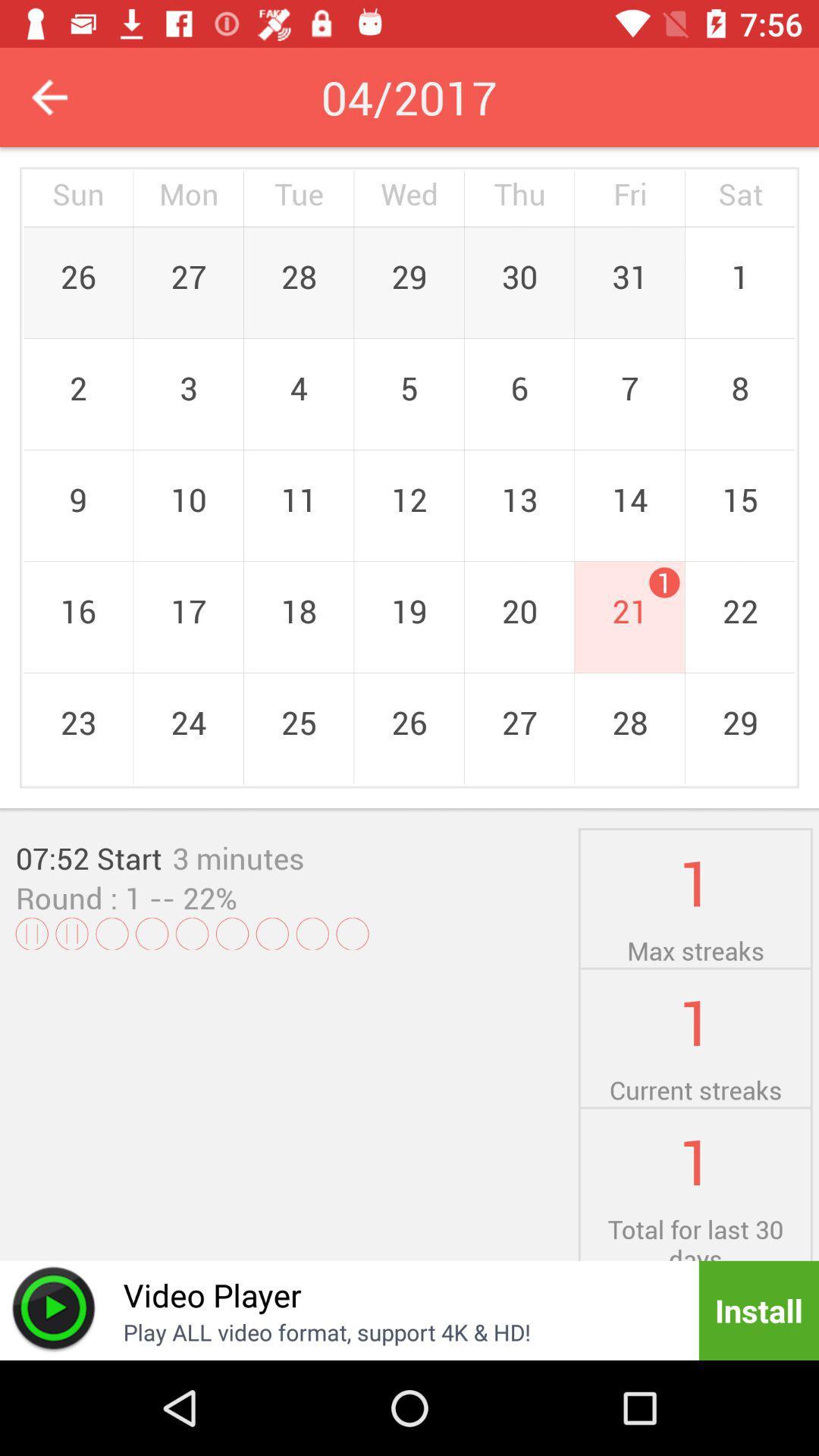  Describe the element at coordinates (238, 858) in the screenshot. I see `the icon to the left of the 1 icon` at that location.